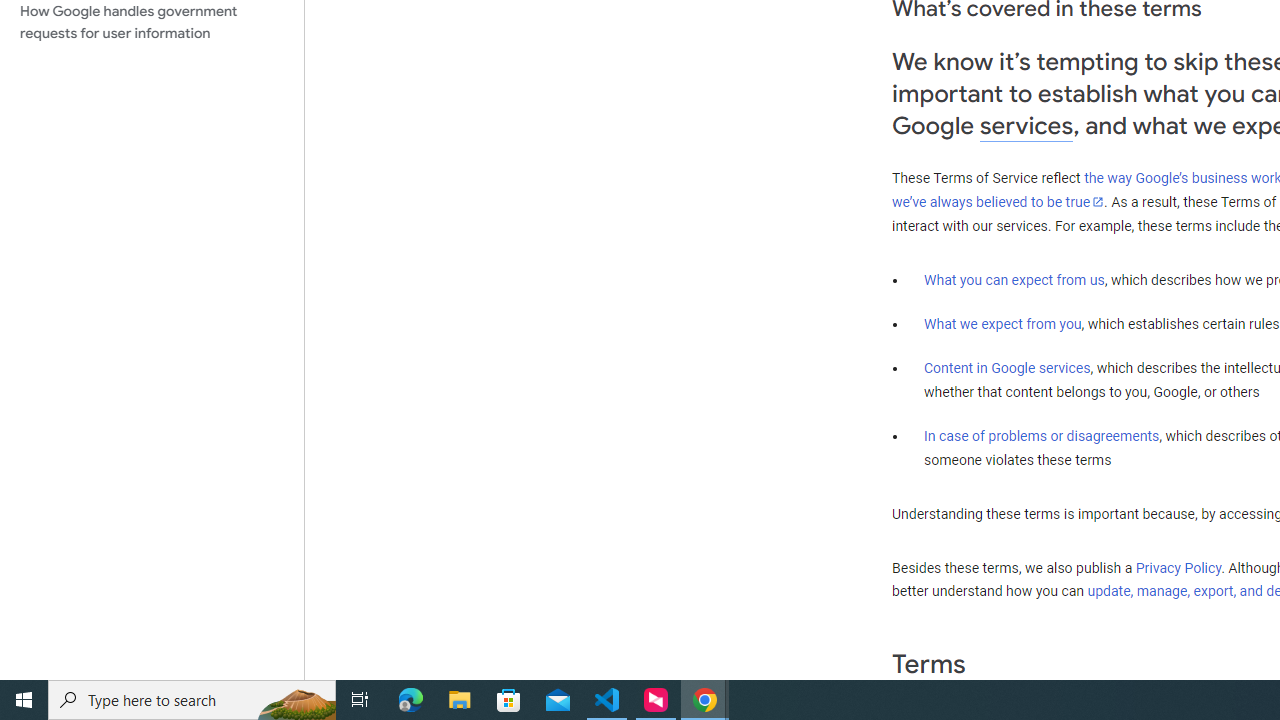 The height and width of the screenshot is (720, 1280). I want to click on 'Content in Google services', so click(1007, 368).